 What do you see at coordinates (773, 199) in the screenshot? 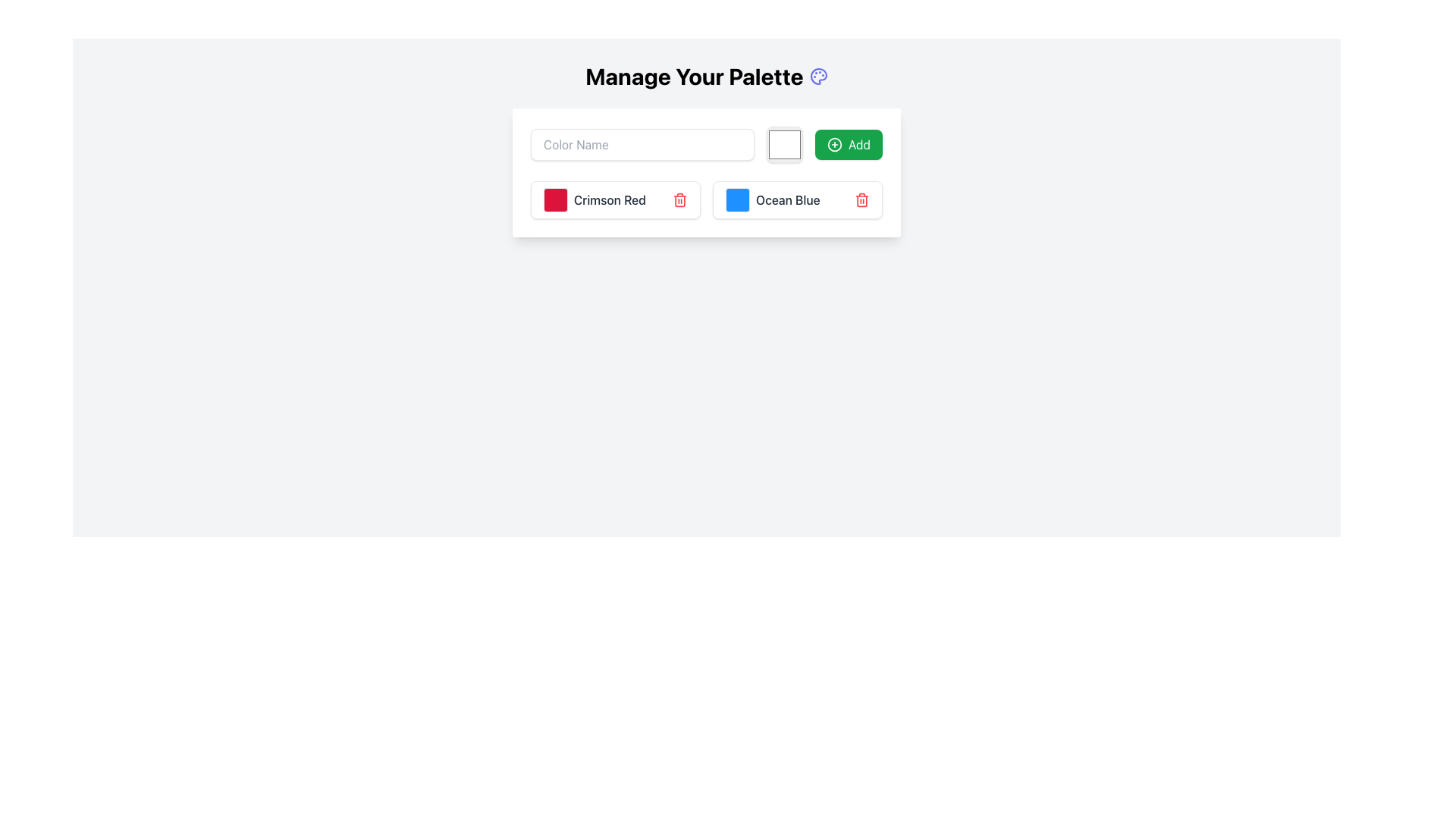
I see `the color swatch and text labeled 'Ocean Blue' in the color entry list, which is the second item after 'Crimson Red'` at bounding box center [773, 199].